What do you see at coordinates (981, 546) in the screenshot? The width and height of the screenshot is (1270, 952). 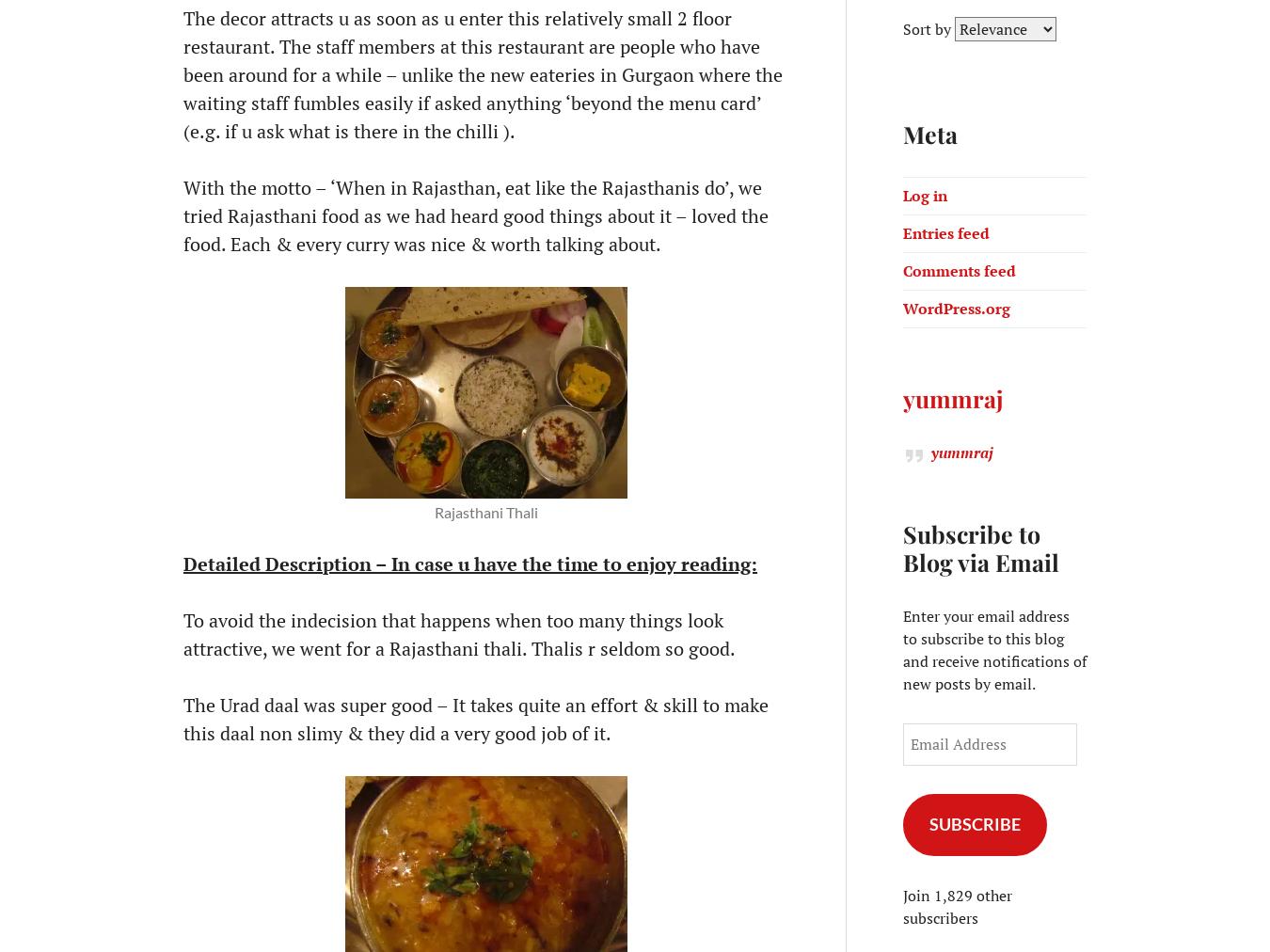 I see `'Subscribe to Blog via Email'` at bounding box center [981, 546].